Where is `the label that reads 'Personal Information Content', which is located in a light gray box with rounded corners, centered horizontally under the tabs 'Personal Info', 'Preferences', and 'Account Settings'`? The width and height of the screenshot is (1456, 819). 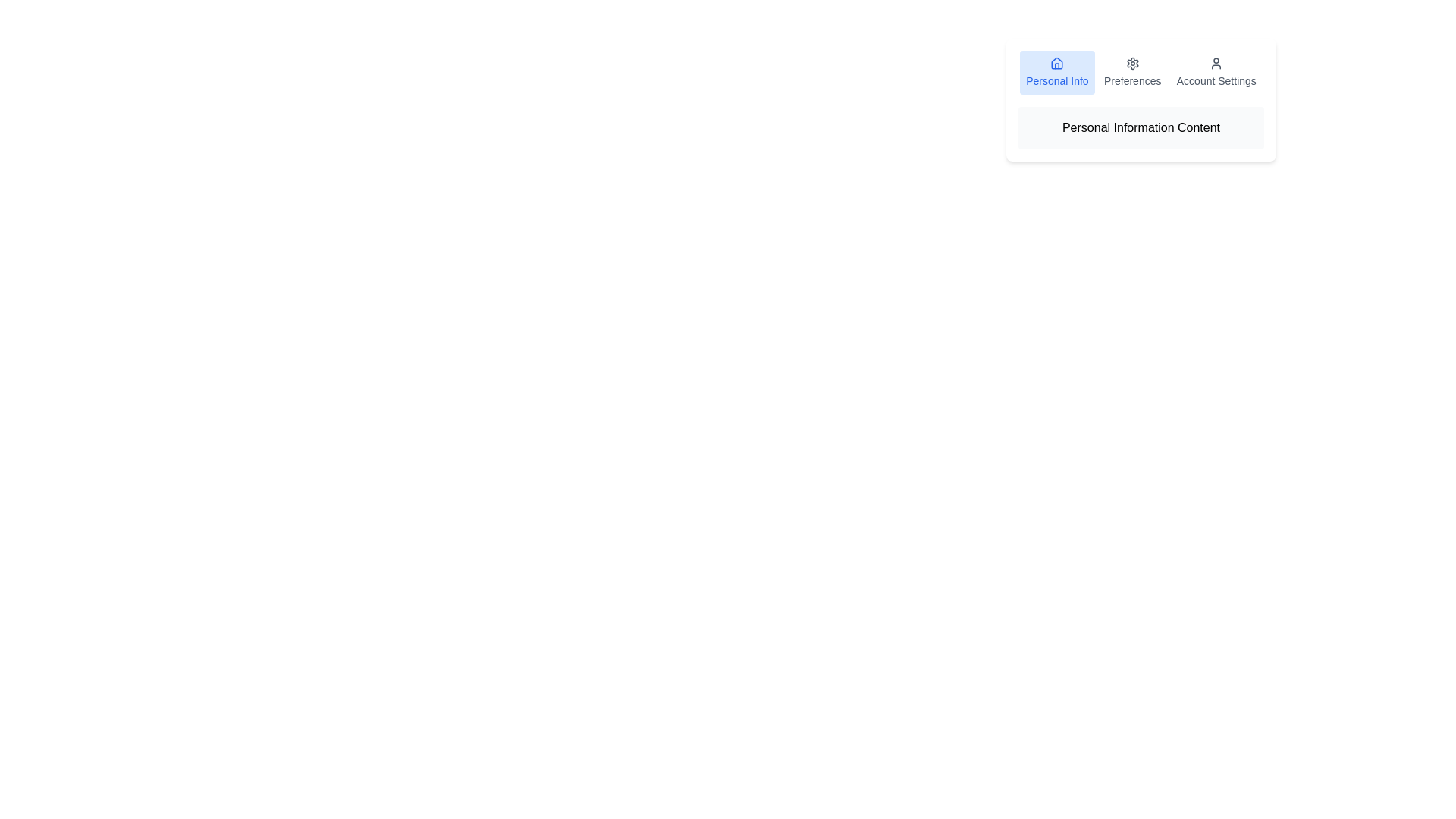
the label that reads 'Personal Information Content', which is located in a light gray box with rounded corners, centered horizontally under the tabs 'Personal Info', 'Preferences', and 'Account Settings' is located at coordinates (1141, 127).